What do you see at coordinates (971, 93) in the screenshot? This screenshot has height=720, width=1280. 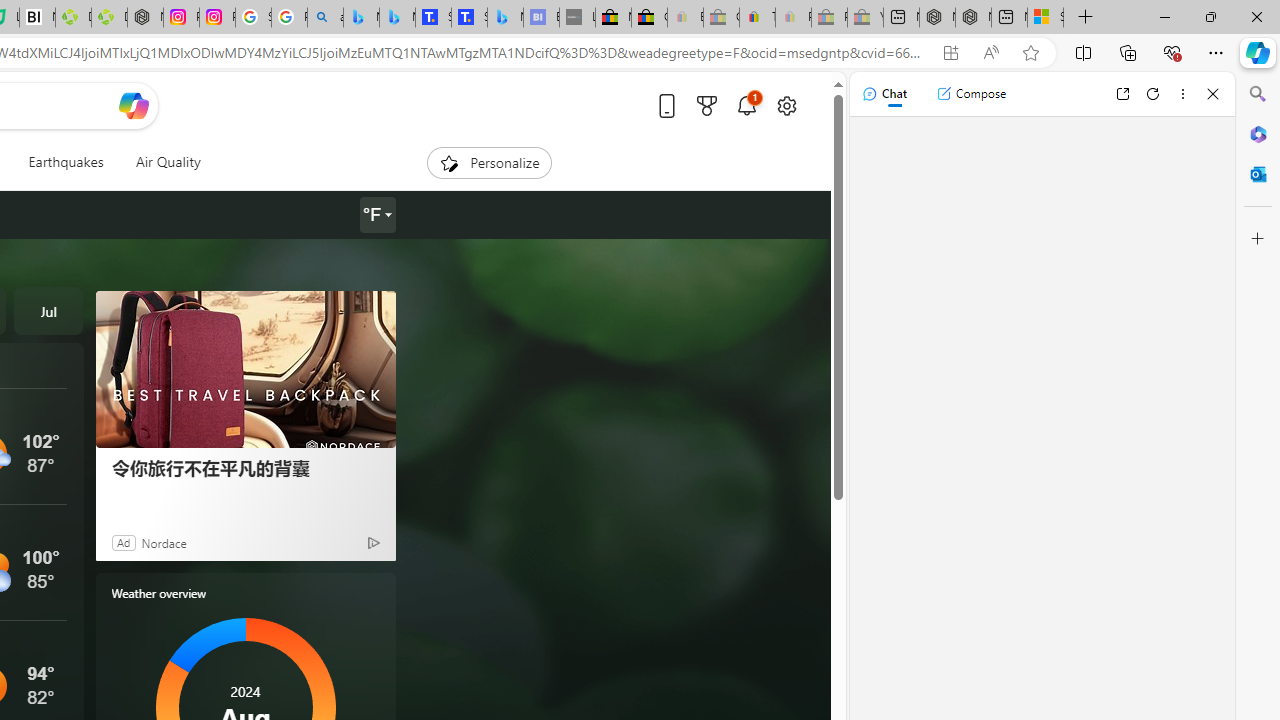 I see `'Compose'` at bounding box center [971, 93].